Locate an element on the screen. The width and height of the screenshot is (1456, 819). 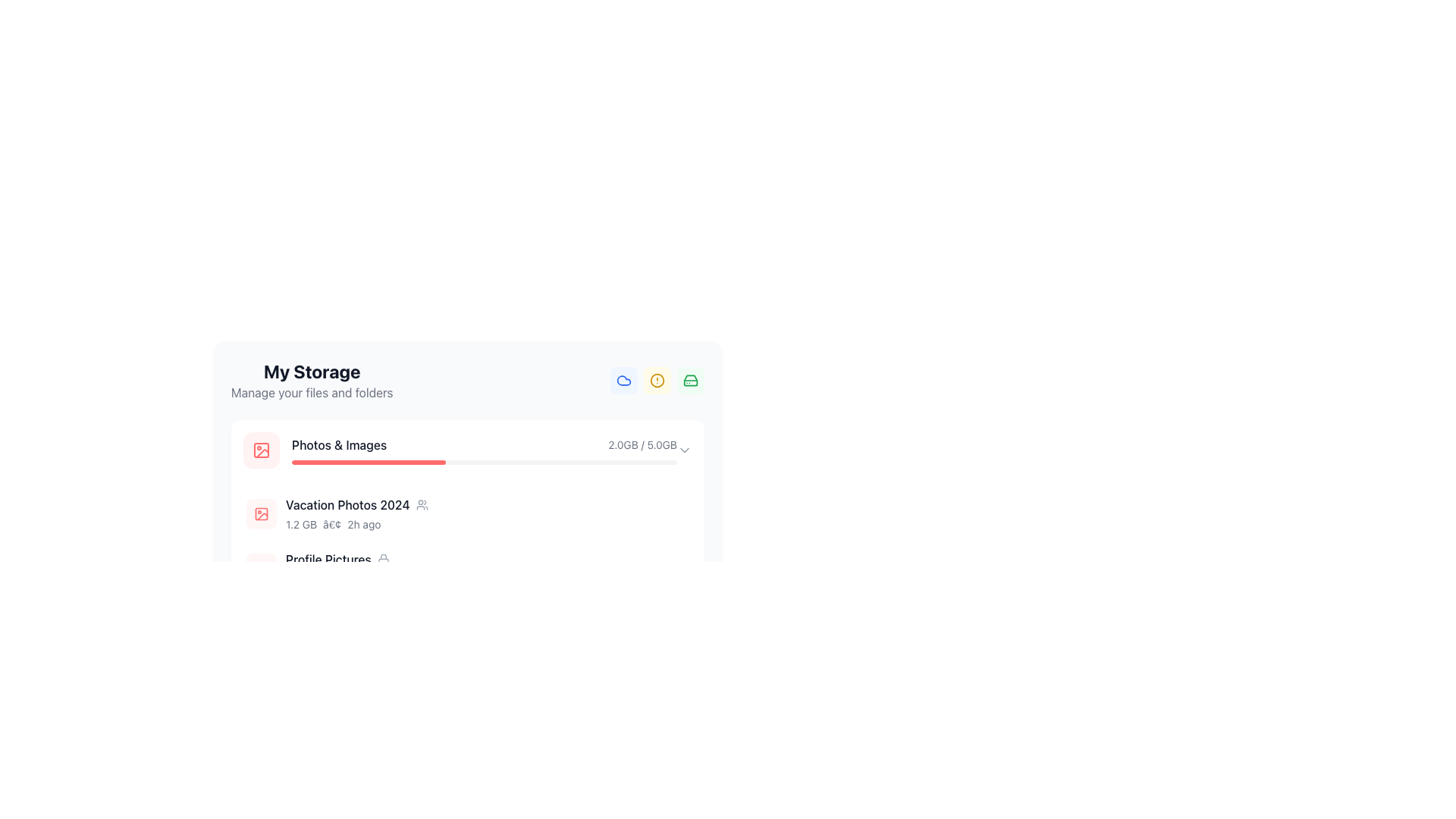
the icons within the 'Photos & Images' card is located at coordinates (467, 511).